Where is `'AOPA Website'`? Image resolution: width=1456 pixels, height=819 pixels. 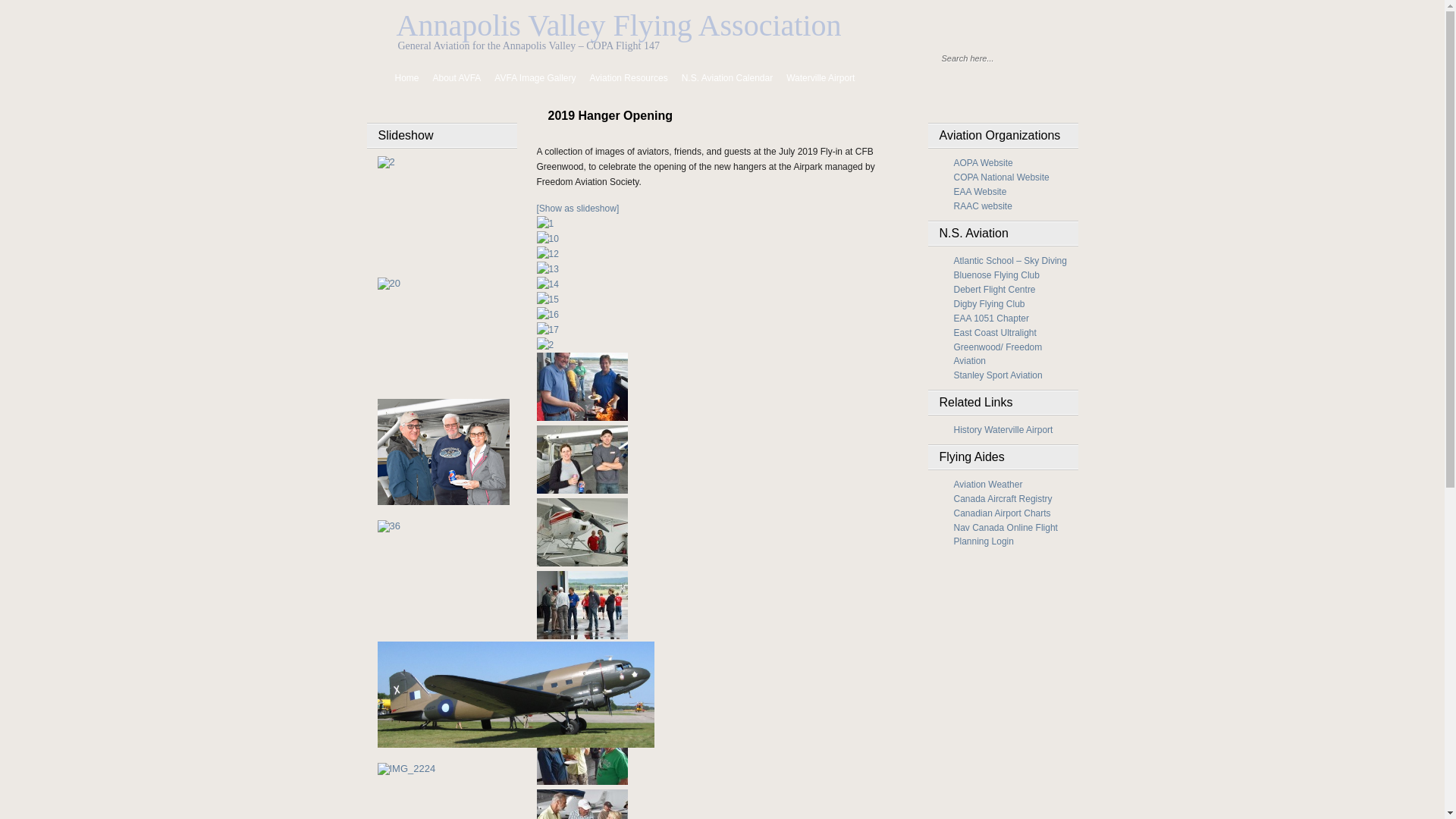 'AOPA Website' is located at coordinates (983, 163).